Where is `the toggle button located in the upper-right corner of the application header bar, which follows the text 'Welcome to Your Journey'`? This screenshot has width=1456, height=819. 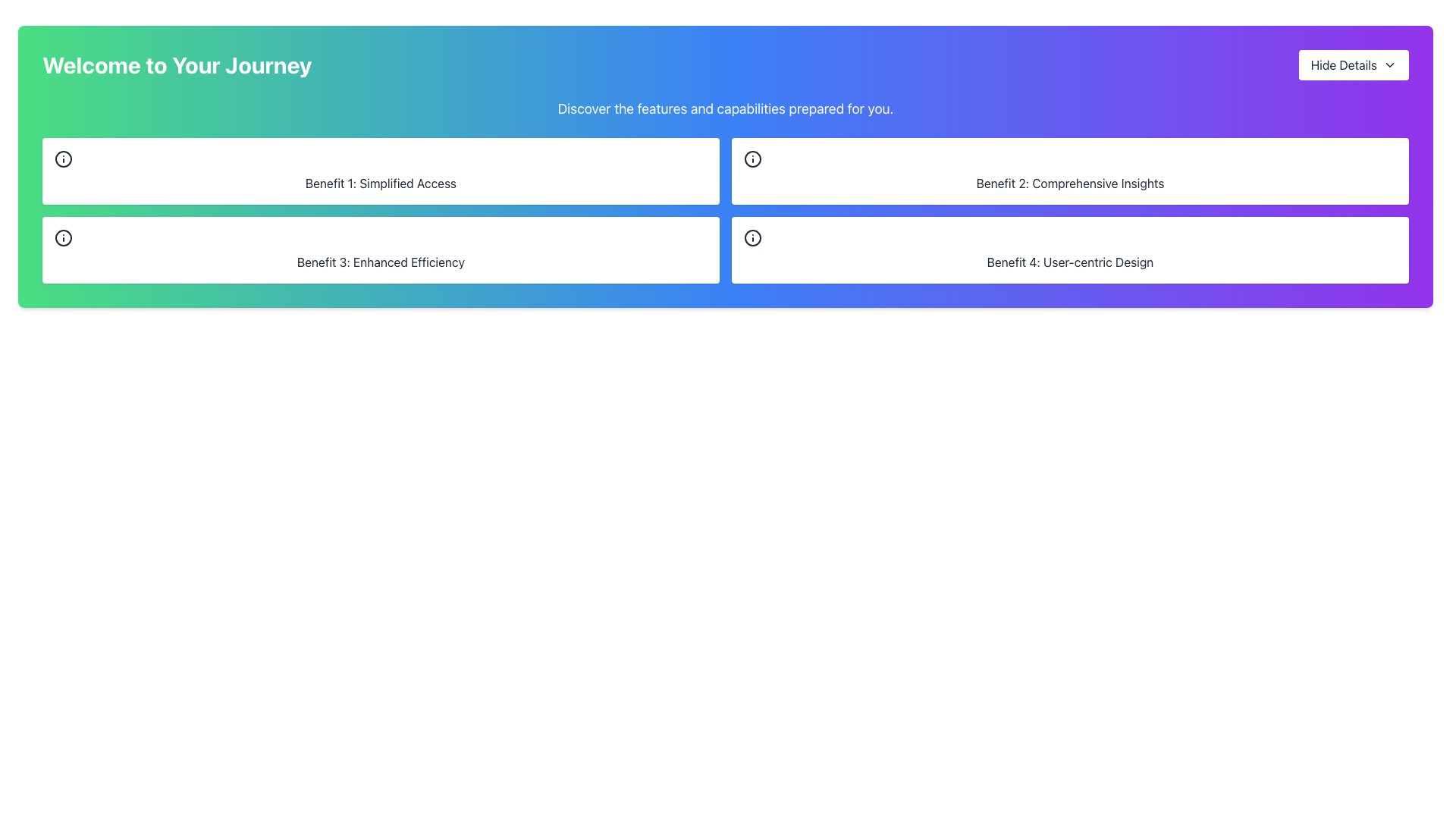
the toggle button located in the upper-right corner of the application header bar, which follows the text 'Welcome to Your Journey' is located at coordinates (1354, 64).